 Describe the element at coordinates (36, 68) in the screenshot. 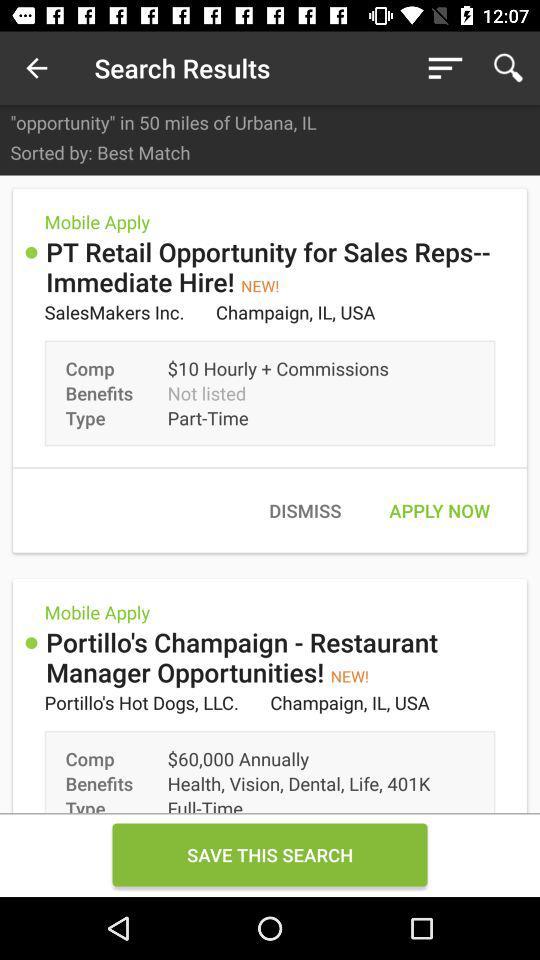

I see `the item above the opportunity in 50 item` at that location.